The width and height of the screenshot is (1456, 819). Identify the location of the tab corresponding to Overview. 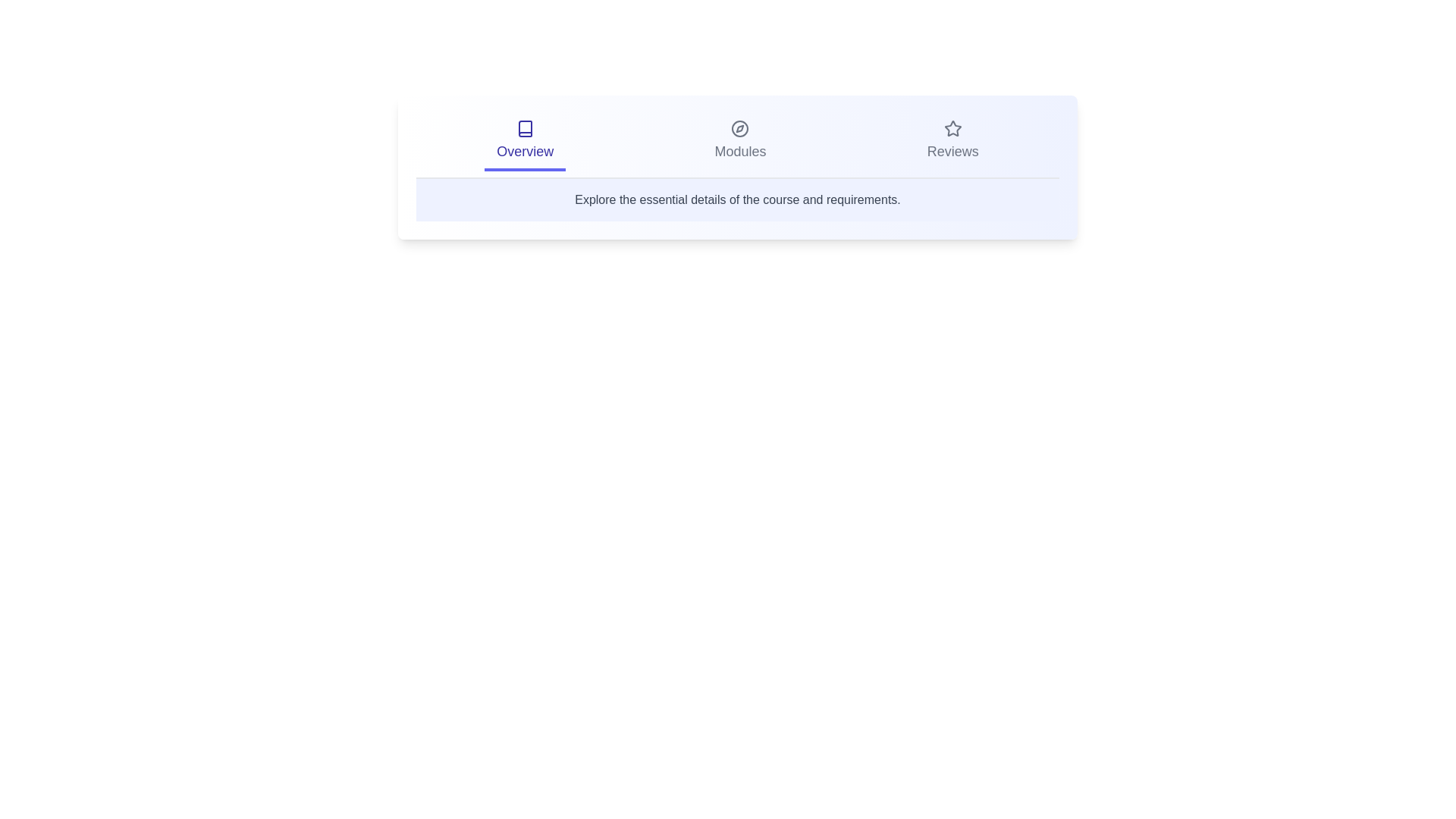
(525, 143).